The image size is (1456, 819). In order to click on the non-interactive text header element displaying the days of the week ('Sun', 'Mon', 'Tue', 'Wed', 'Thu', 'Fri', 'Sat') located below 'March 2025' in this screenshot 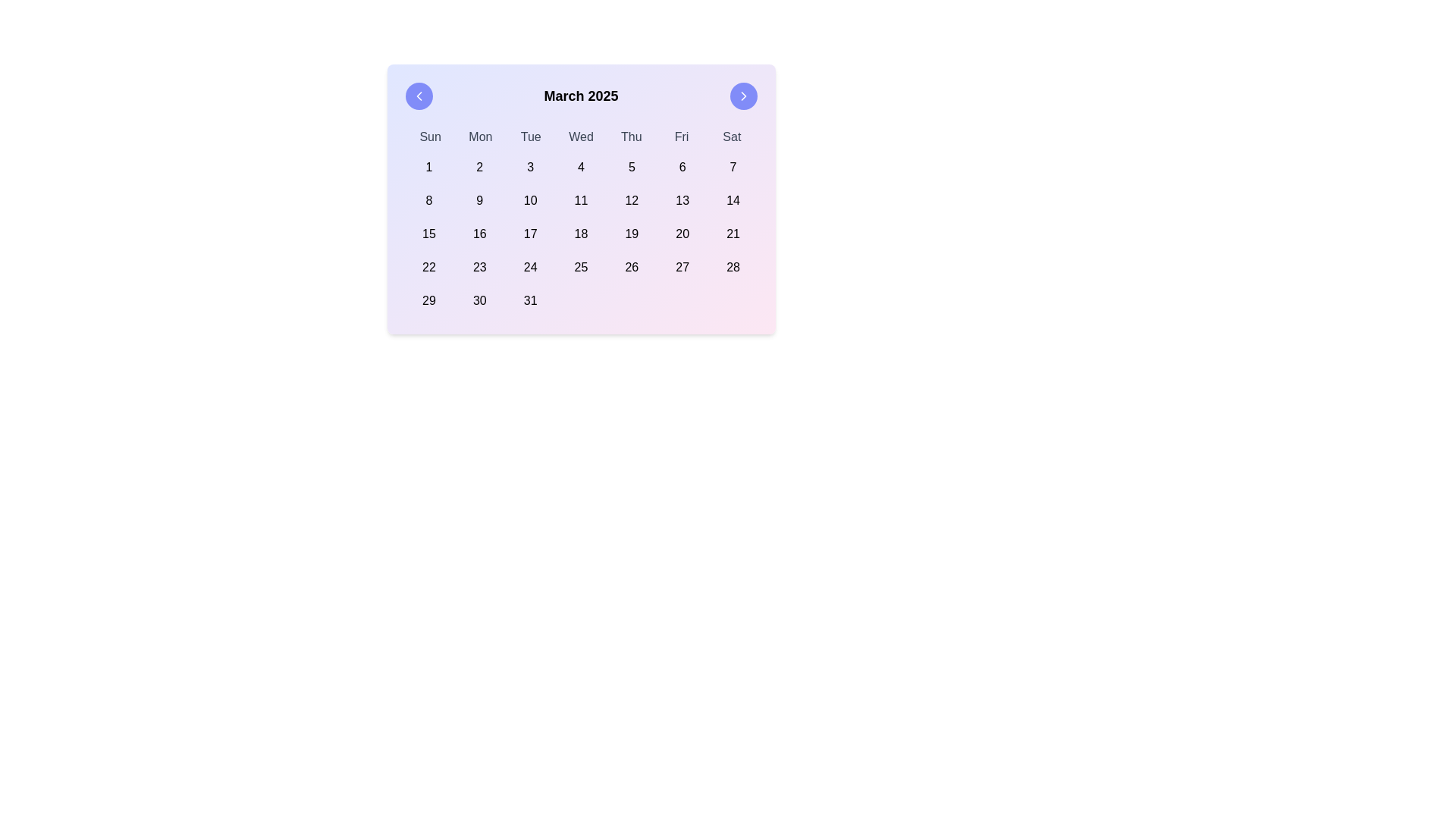, I will do `click(580, 137)`.